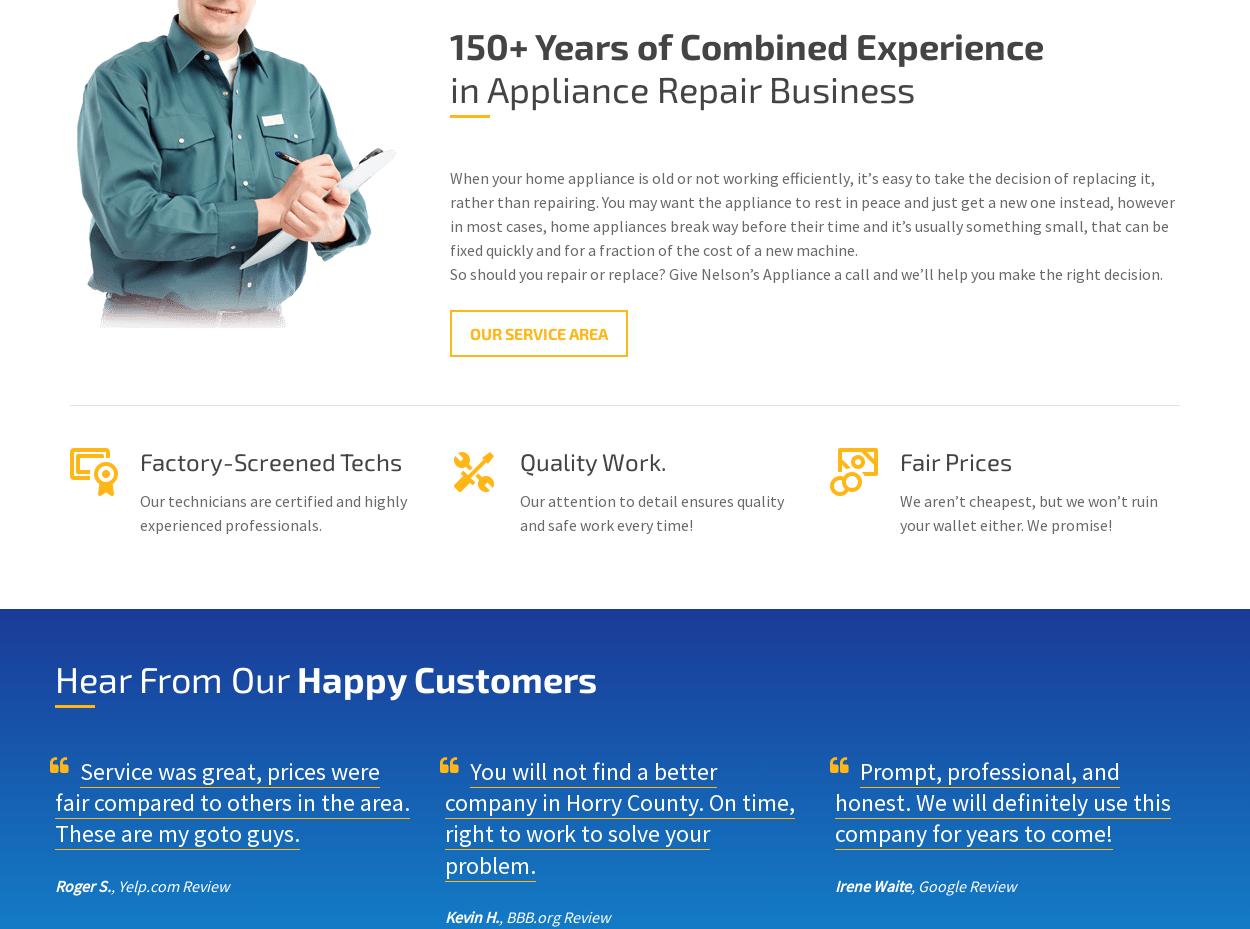 This screenshot has width=1250, height=929. What do you see at coordinates (619, 816) in the screenshot?
I see `'You will not find a better company in Horry County. On time, right to work to solve your problem.'` at bounding box center [619, 816].